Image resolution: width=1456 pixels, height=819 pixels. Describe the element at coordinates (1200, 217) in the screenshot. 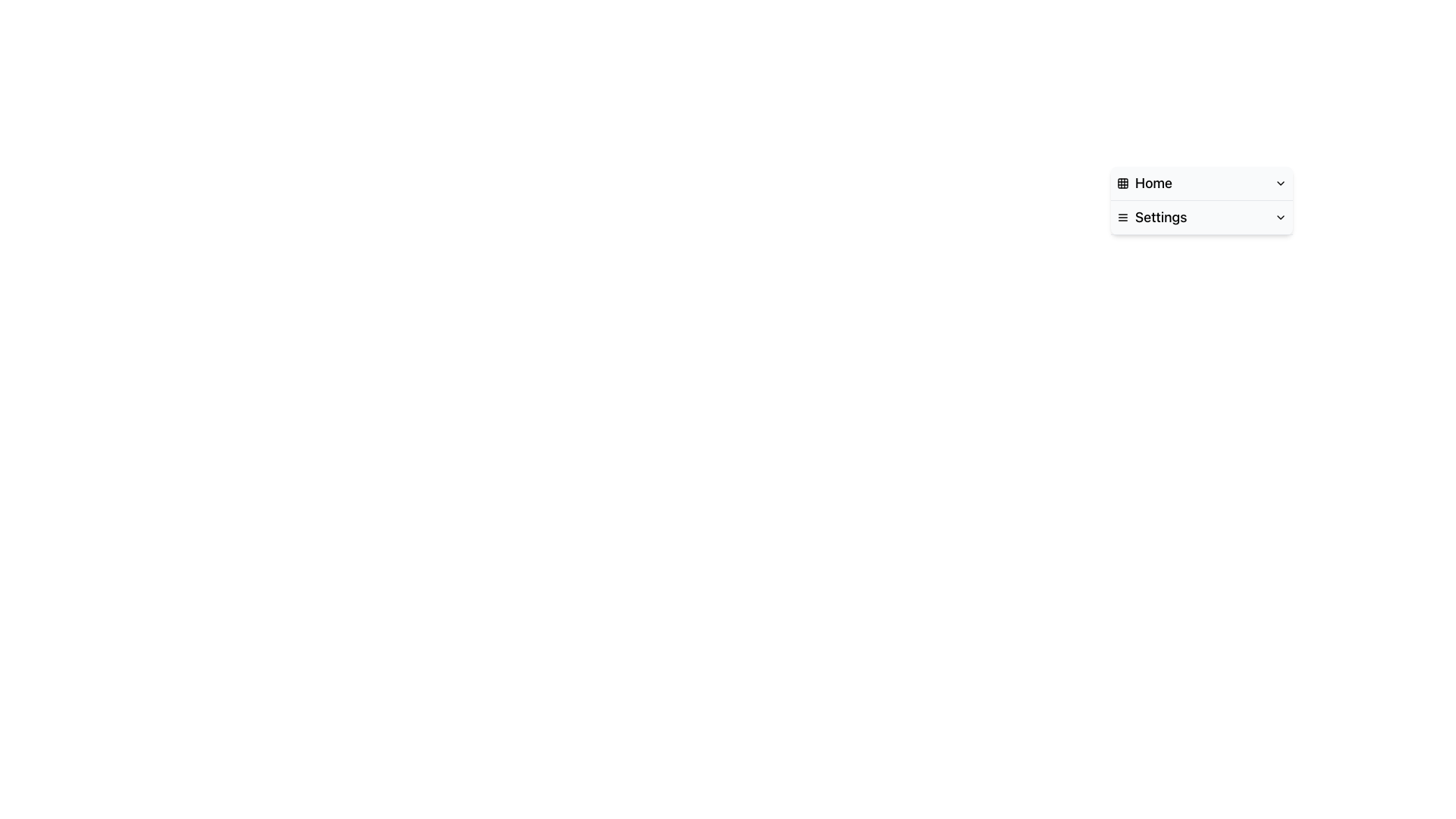

I see `the second navigation button below the 'Home' button` at that location.